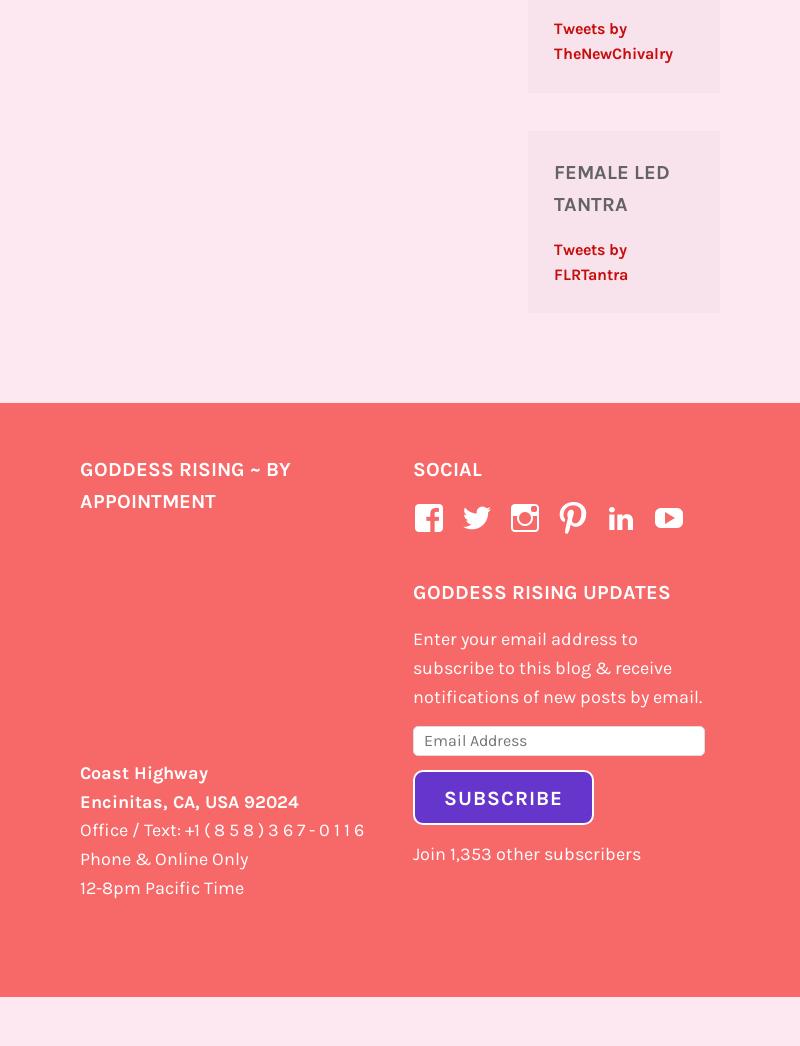  What do you see at coordinates (525, 852) in the screenshot?
I see `'Join 1,353 other subscribers'` at bounding box center [525, 852].